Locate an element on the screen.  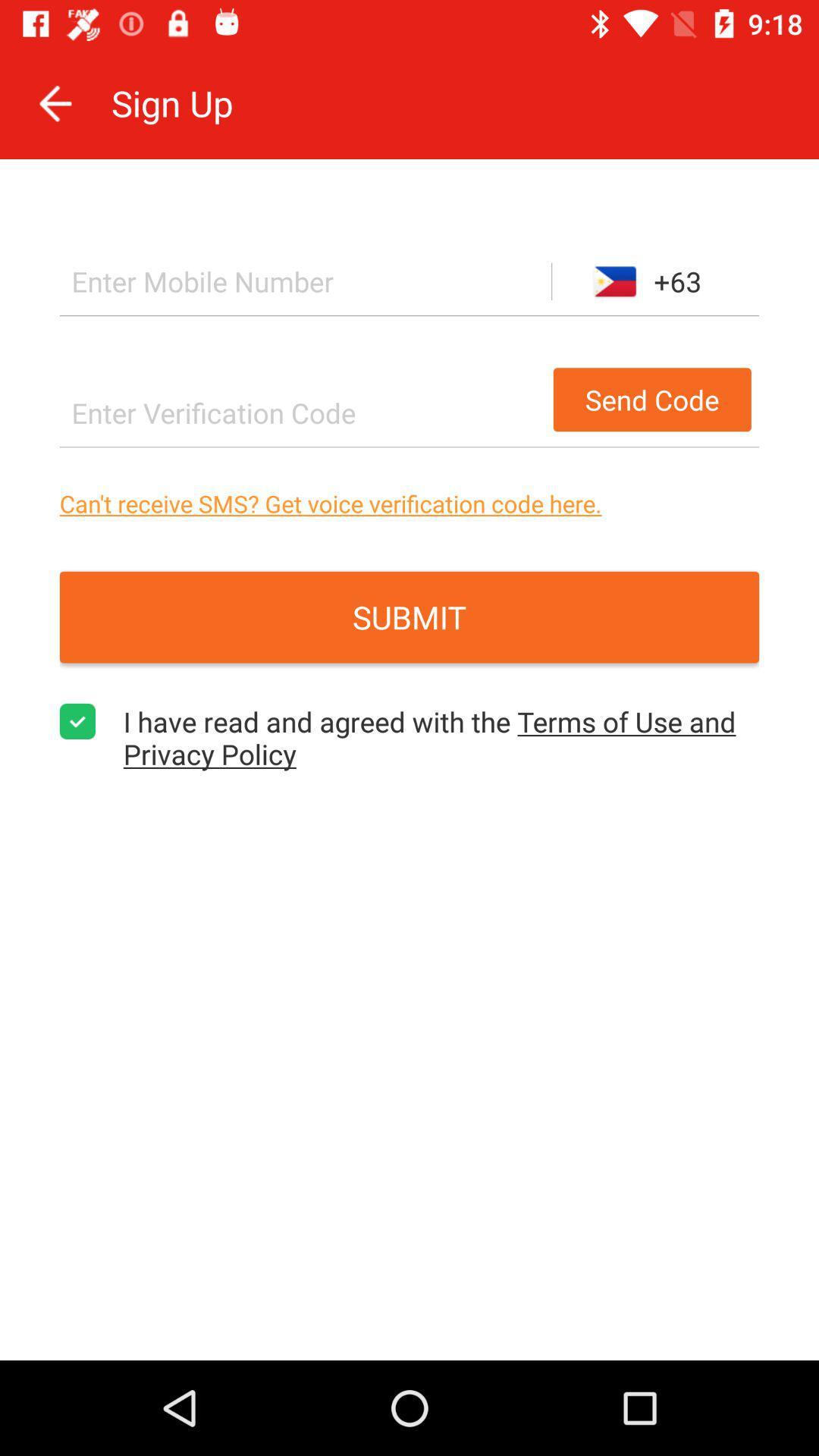
i have read icon is located at coordinates (441, 738).